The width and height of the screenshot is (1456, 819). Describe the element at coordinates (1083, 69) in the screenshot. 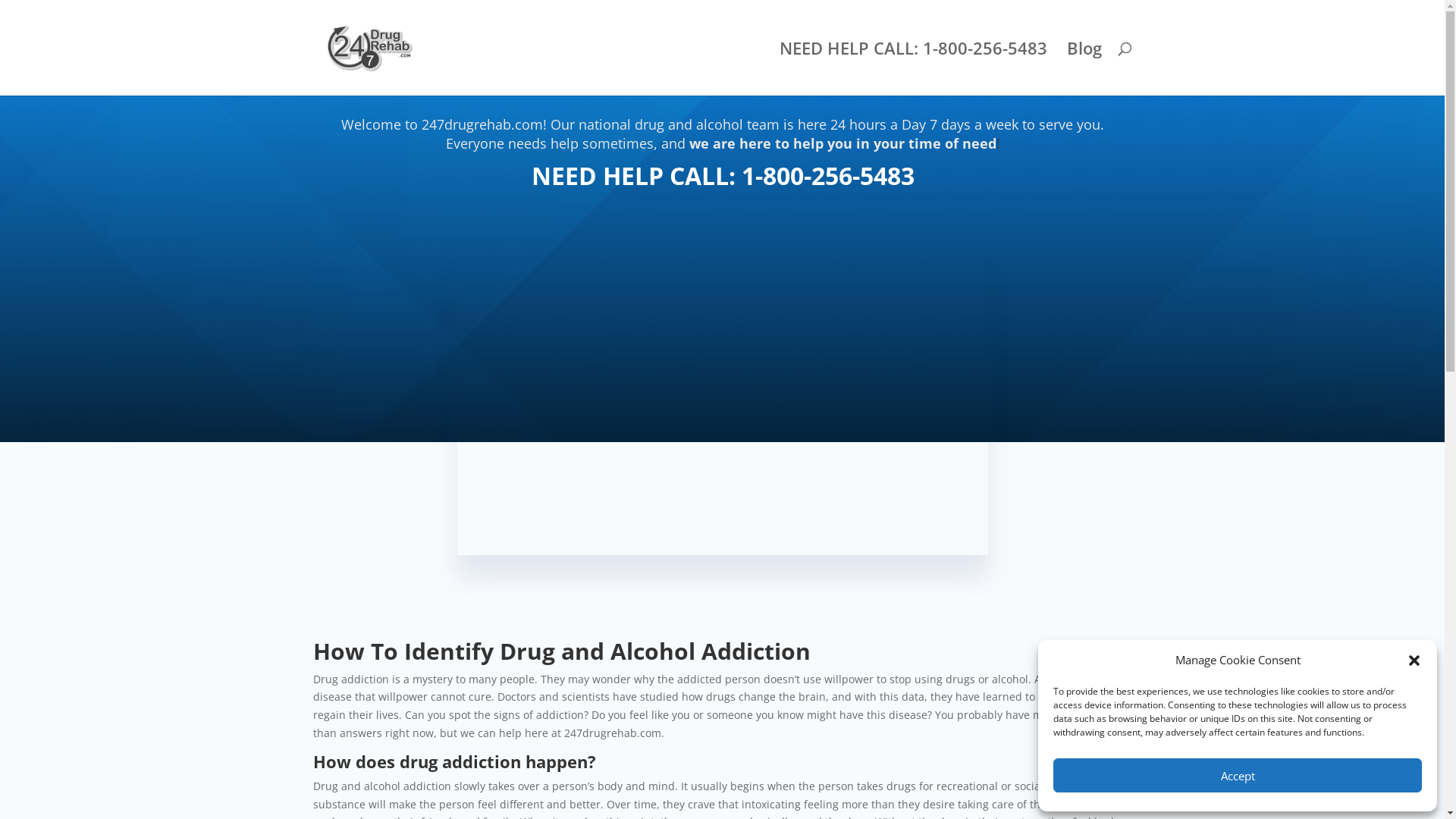

I see `'Blog'` at that location.